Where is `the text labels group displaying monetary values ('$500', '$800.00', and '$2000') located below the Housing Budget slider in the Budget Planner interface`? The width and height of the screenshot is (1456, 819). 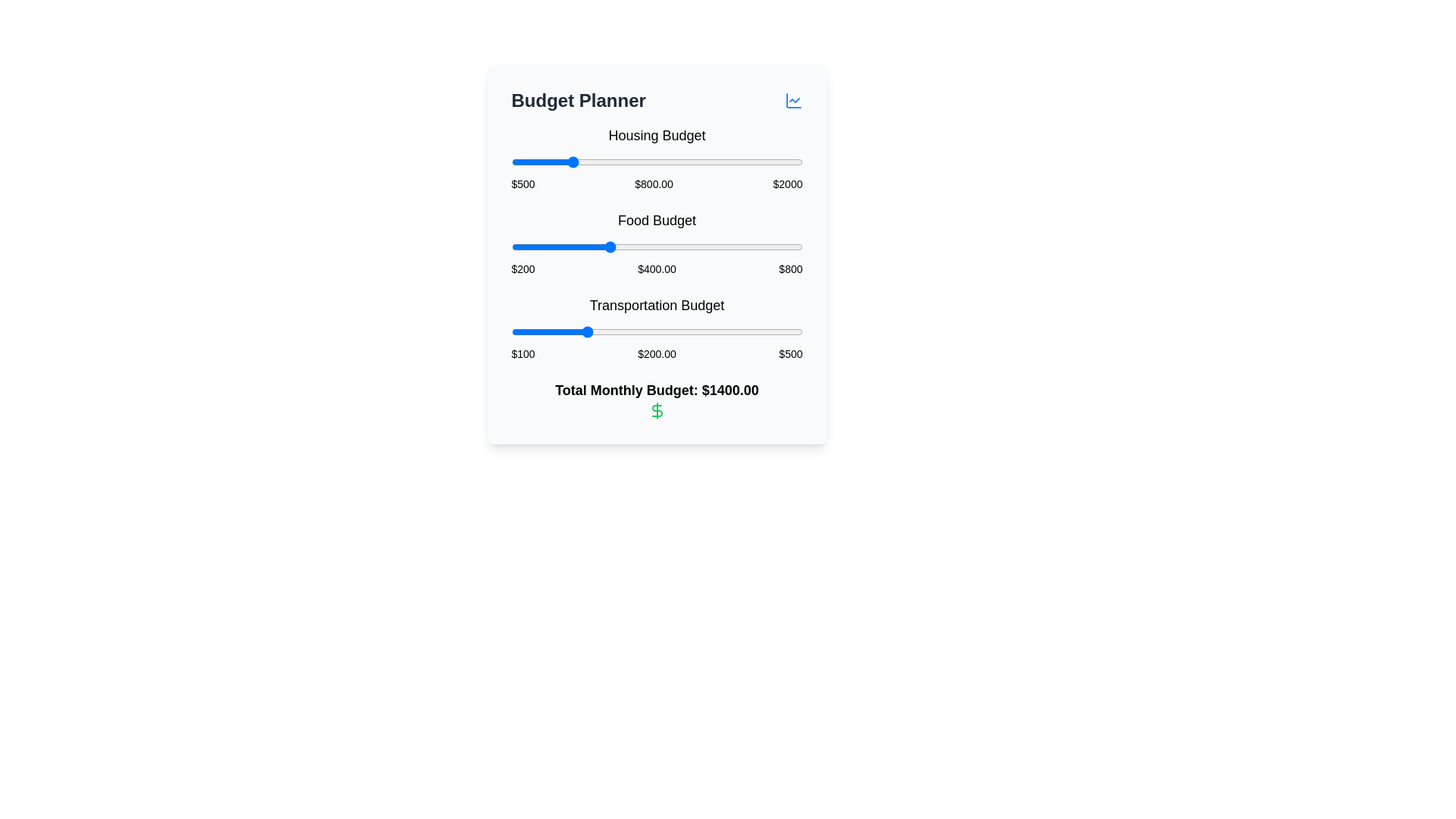
the text labels group displaying monetary values ('$500', '$800.00', and '$2000') located below the Housing Budget slider in the Budget Planner interface is located at coordinates (657, 184).